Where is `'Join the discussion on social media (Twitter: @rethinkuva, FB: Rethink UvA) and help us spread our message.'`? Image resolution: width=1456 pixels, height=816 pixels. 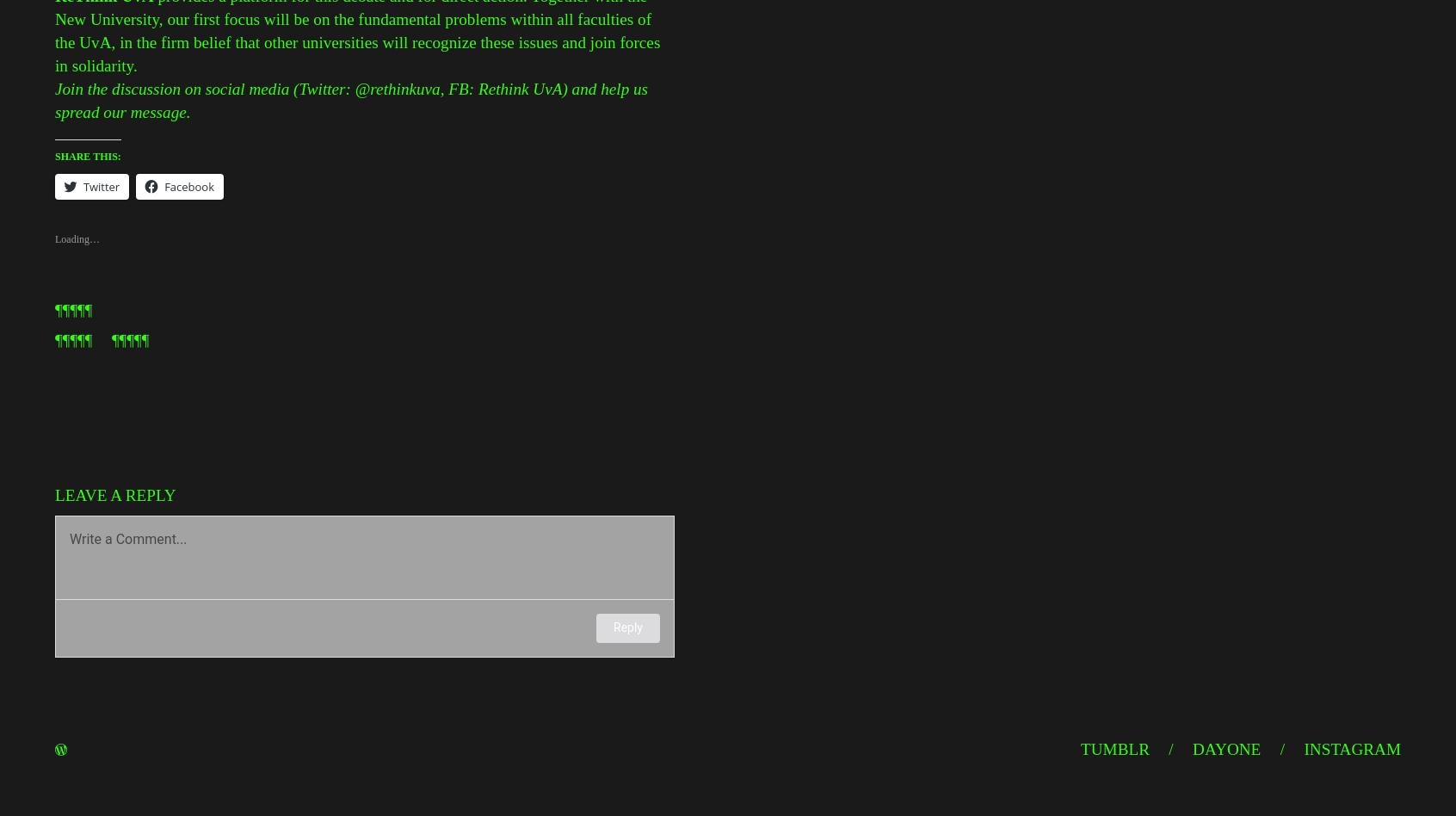
'Join the discussion on social media (Twitter: @rethinkuva, FB: Rethink UvA) and help us spread our message.' is located at coordinates (351, 100).